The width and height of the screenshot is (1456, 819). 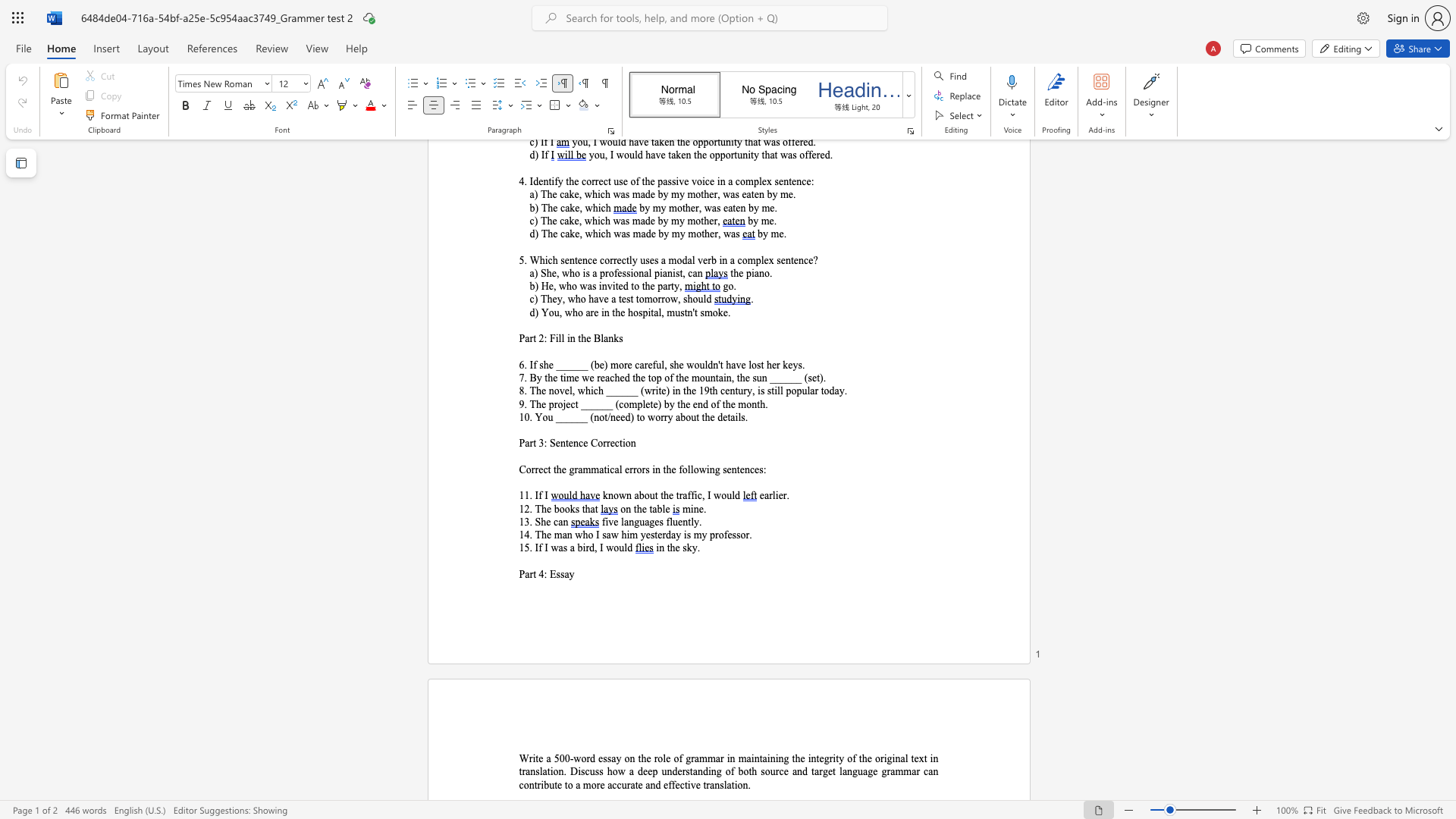 What do you see at coordinates (585, 548) in the screenshot?
I see `the subset text "rd, I" within the text "a bird, I would"` at bounding box center [585, 548].